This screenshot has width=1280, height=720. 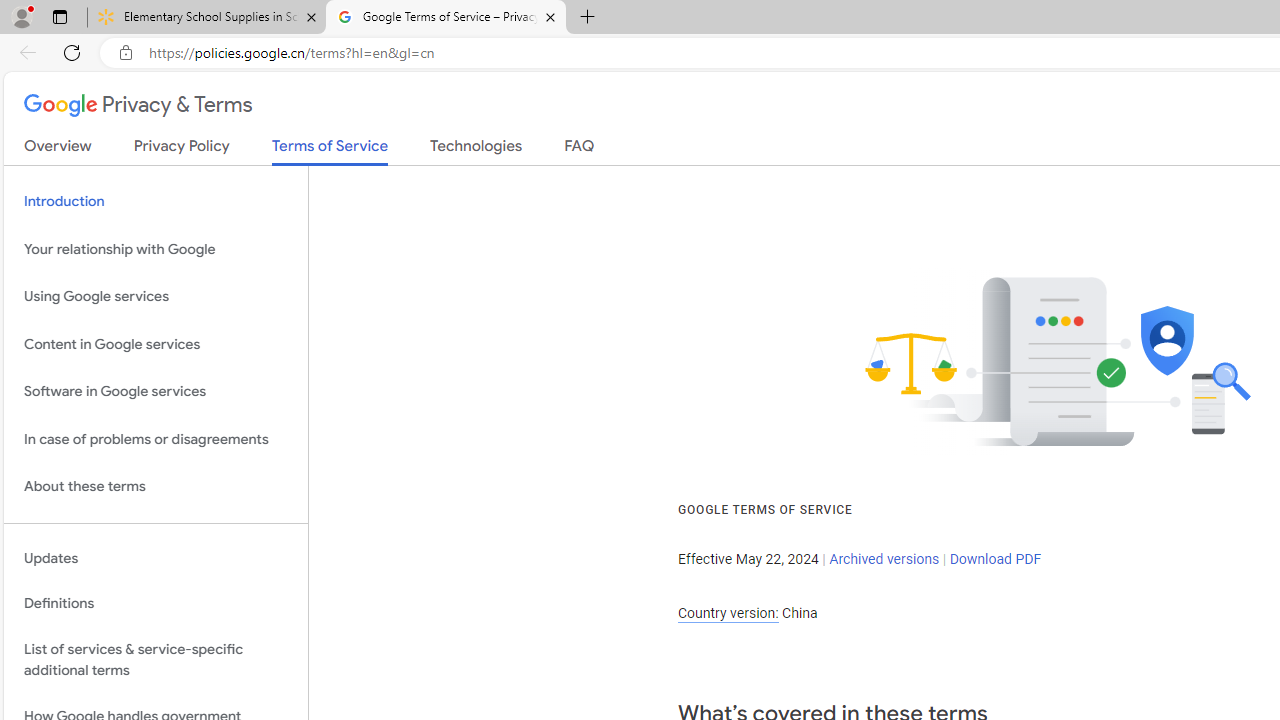 What do you see at coordinates (155, 392) in the screenshot?
I see `'Software in Google services'` at bounding box center [155, 392].